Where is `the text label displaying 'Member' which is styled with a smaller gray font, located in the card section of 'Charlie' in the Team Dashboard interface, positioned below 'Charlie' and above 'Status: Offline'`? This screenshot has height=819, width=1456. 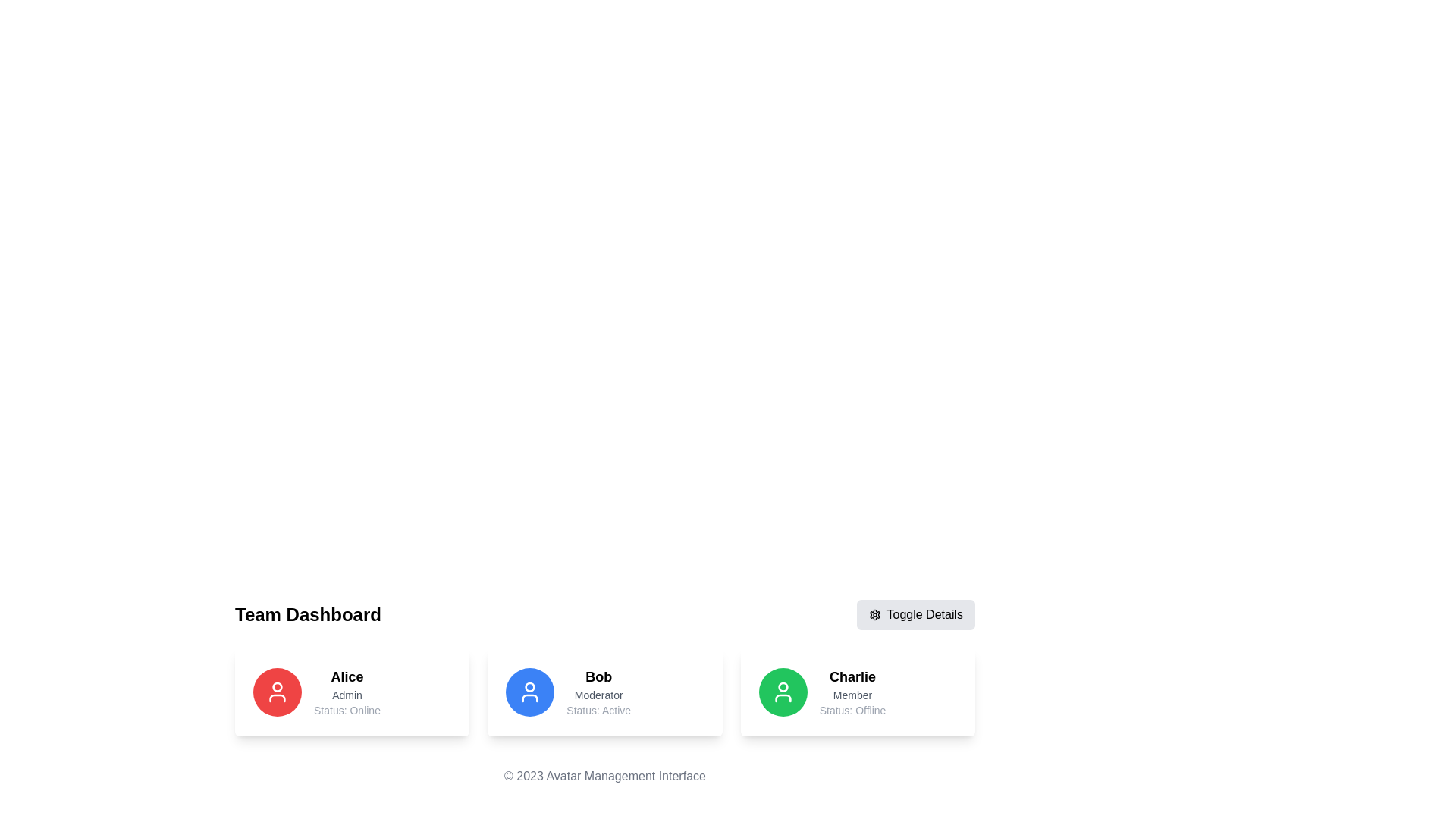 the text label displaying 'Member' which is styled with a smaller gray font, located in the card section of 'Charlie' in the Team Dashboard interface, positioned below 'Charlie' and above 'Status: Offline' is located at coordinates (852, 695).